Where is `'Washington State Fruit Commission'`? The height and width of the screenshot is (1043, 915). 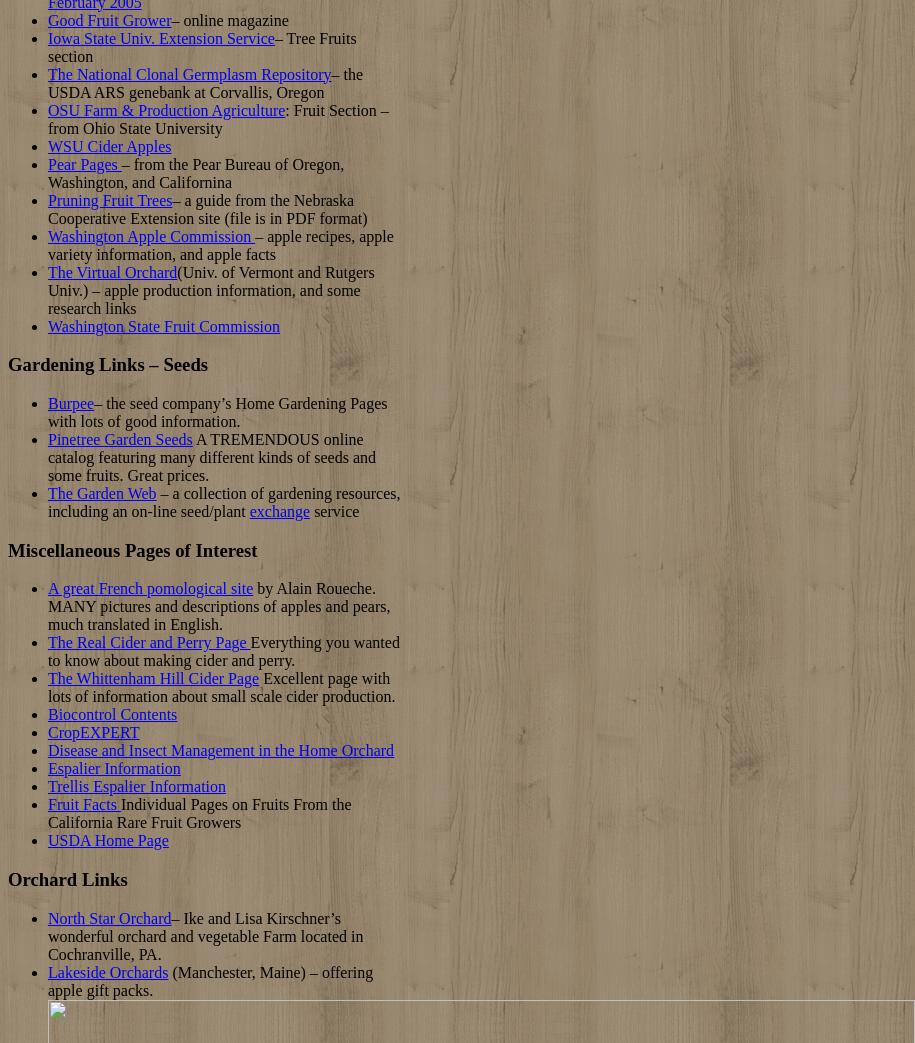
'Washington State Fruit Commission' is located at coordinates (162, 324).